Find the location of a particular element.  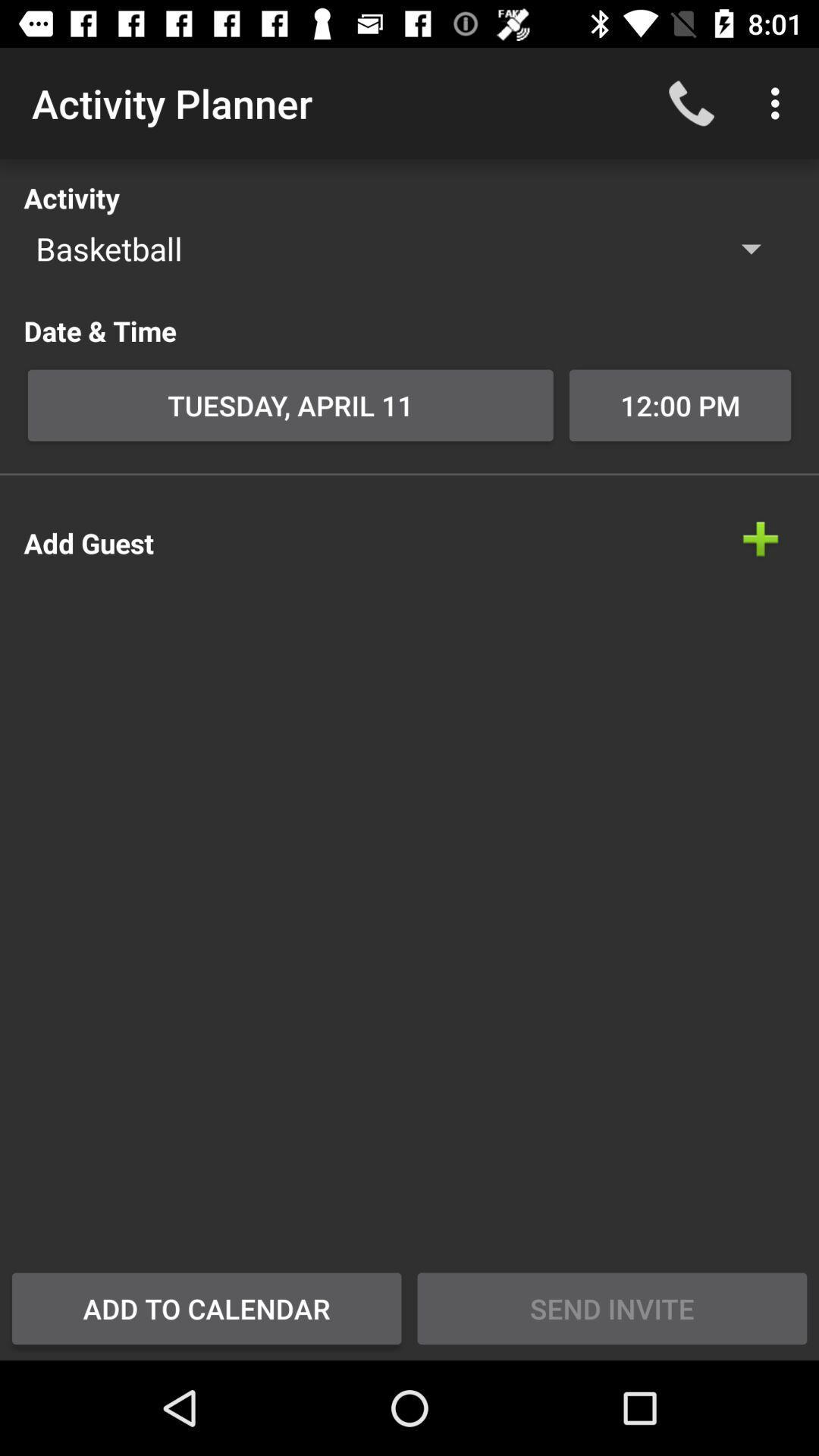

the tuesday, april 11 item is located at coordinates (290, 405).